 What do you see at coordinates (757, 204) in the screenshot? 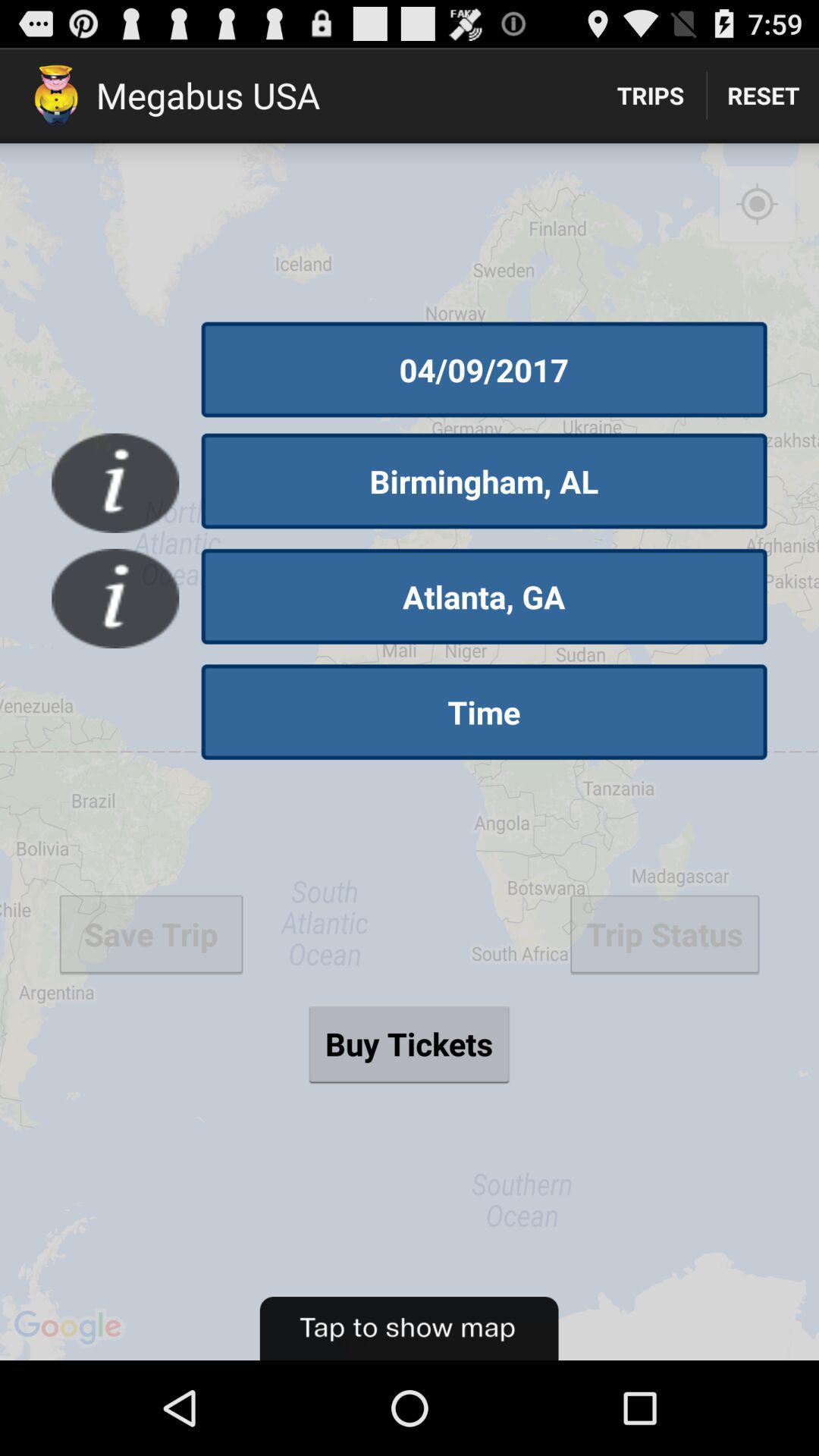
I see `item above 04/09/2017 item` at bounding box center [757, 204].